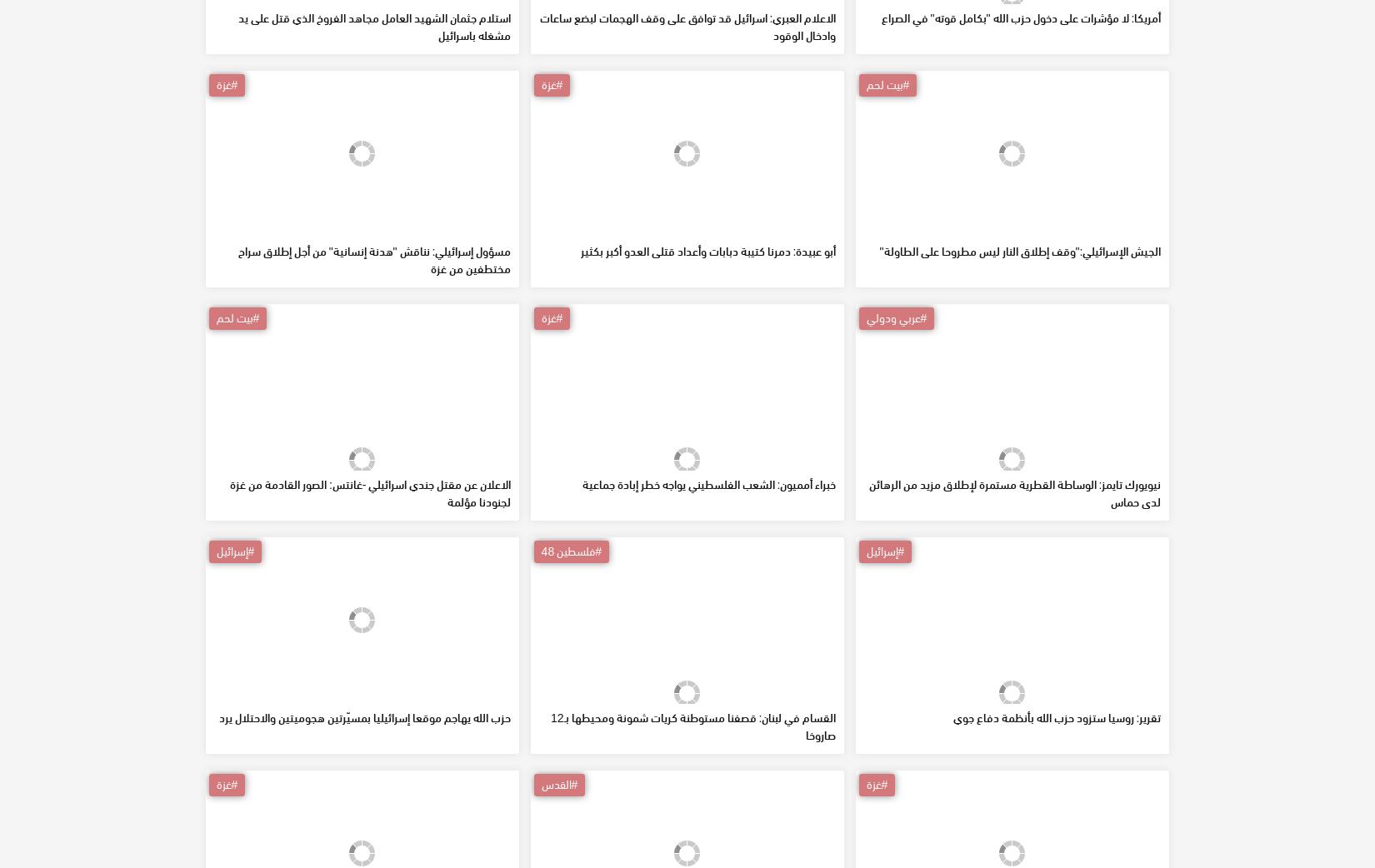 The height and width of the screenshot is (868, 1375). Describe the element at coordinates (1019, 371) in the screenshot. I see `'الجيش الإسرائيلي:"وقف إطلاق النار ليس مطروحا على الطاولة"'` at that location.